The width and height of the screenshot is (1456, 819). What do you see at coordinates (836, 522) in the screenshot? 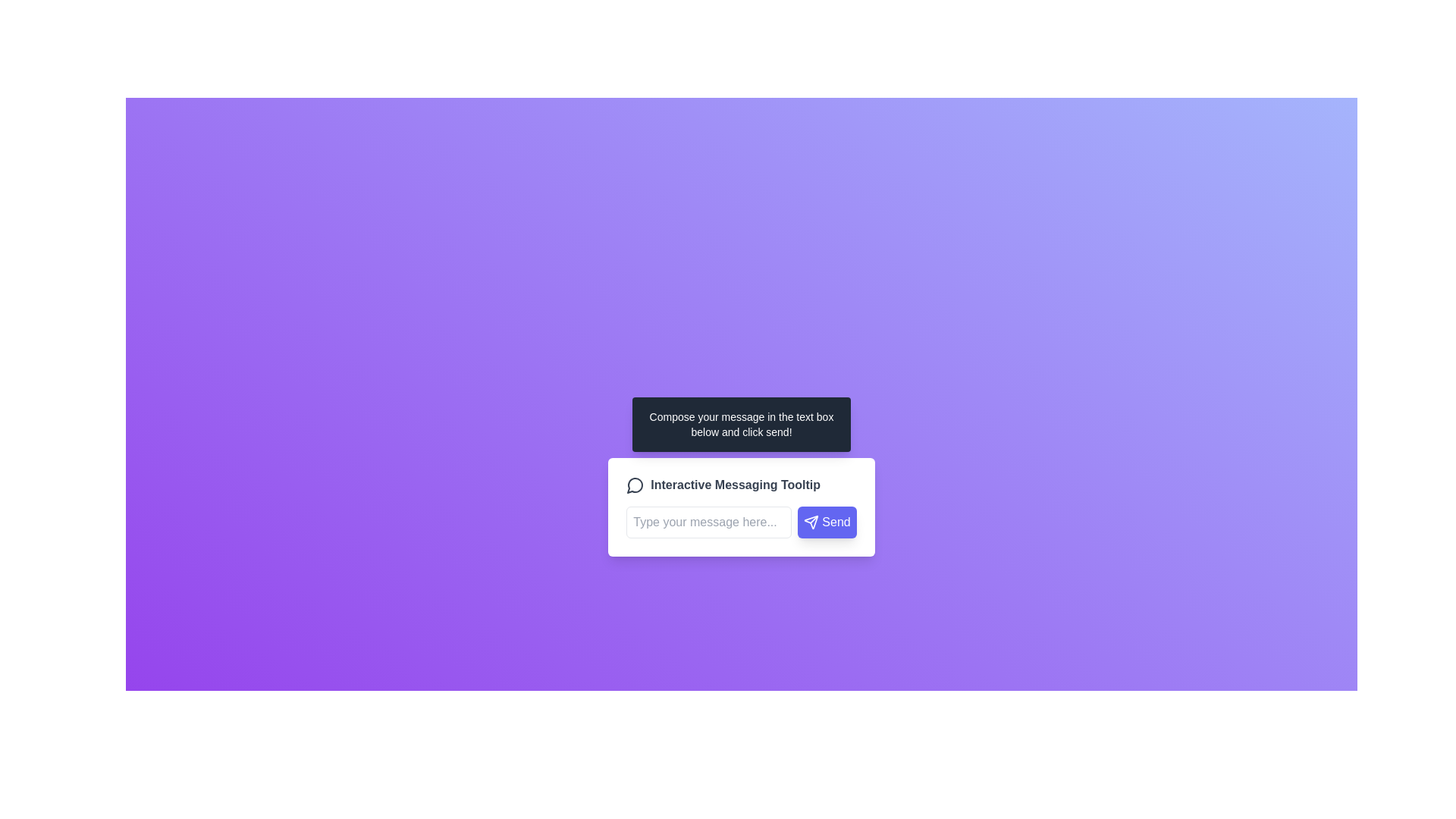
I see `the 'Send' text element located on the right side of the blue button` at bounding box center [836, 522].